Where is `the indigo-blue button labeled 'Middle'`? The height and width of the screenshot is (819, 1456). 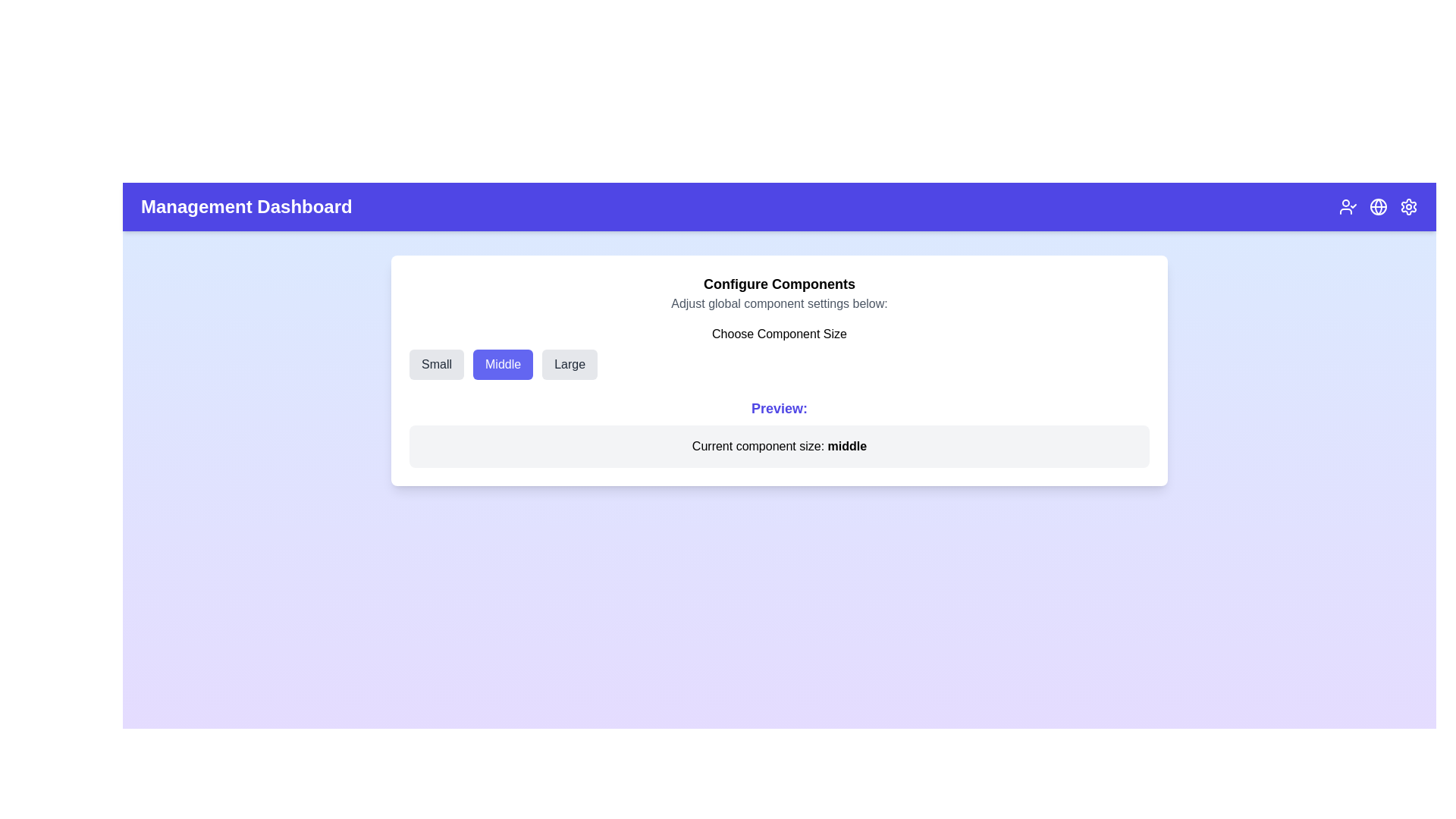 the indigo-blue button labeled 'Middle' is located at coordinates (503, 365).